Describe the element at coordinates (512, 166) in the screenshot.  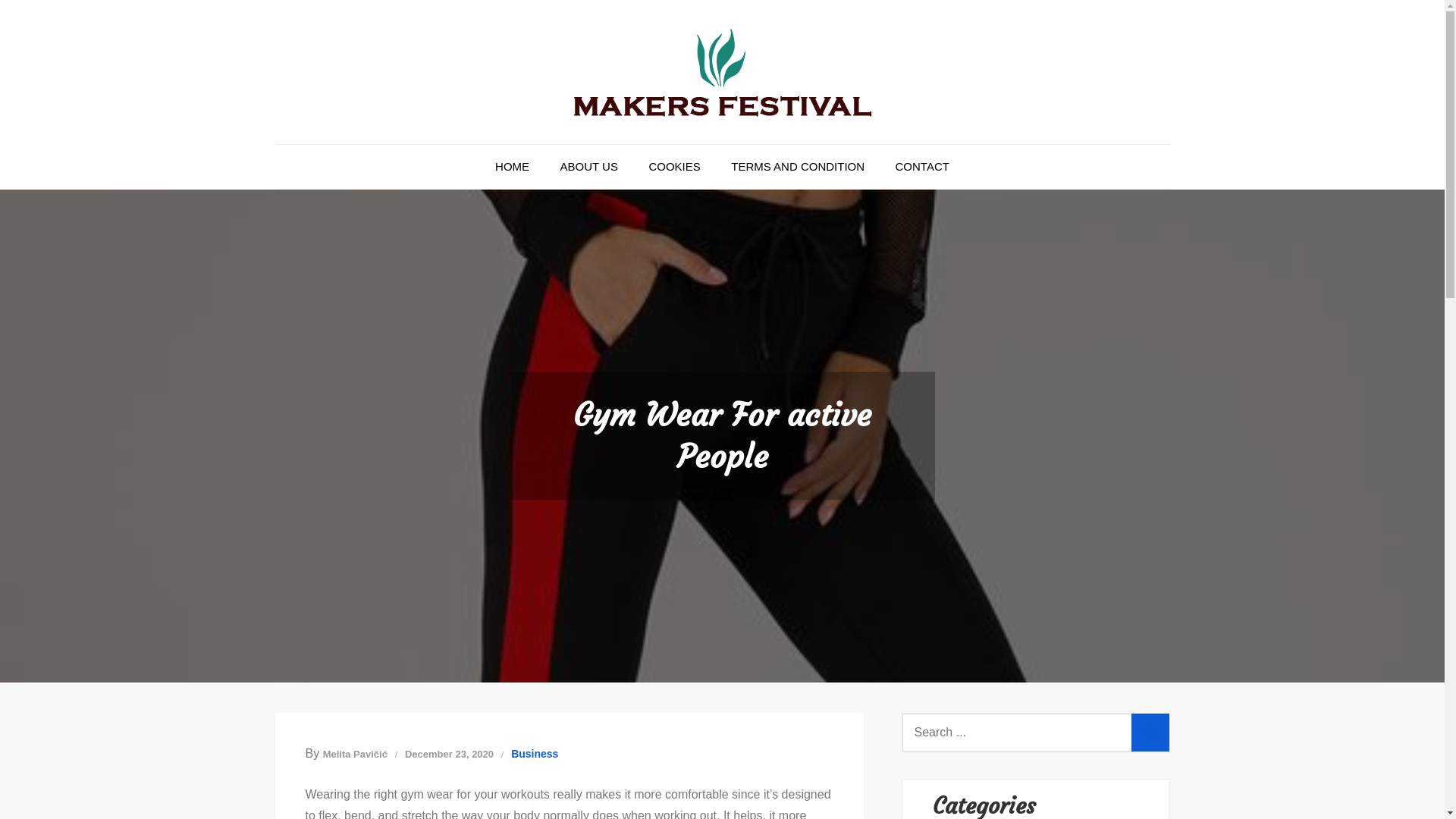
I see `'HOME'` at that location.